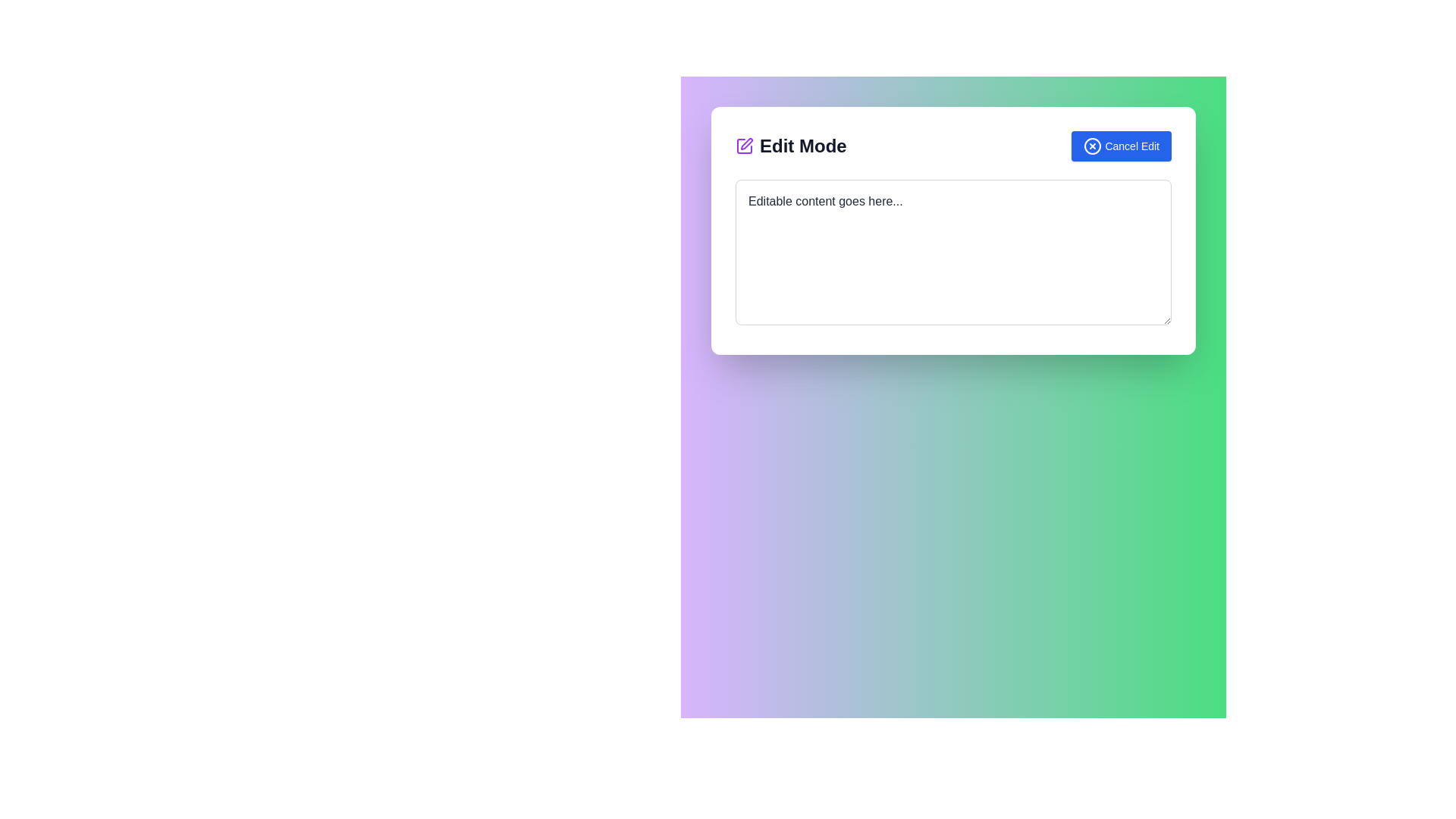 Image resolution: width=1456 pixels, height=819 pixels. What do you see at coordinates (1122, 146) in the screenshot?
I see `the blue 'Cancel Edit' button with white text and an 'X' icon` at bounding box center [1122, 146].